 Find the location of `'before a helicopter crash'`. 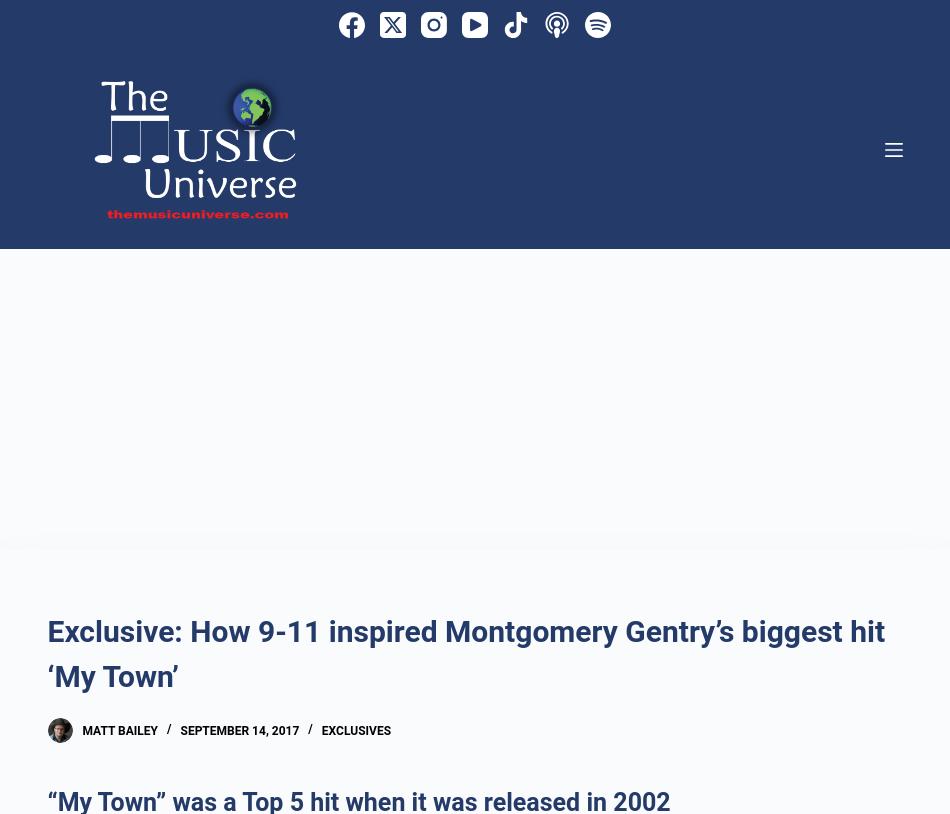

'before a helicopter crash' is located at coordinates (412, 95).